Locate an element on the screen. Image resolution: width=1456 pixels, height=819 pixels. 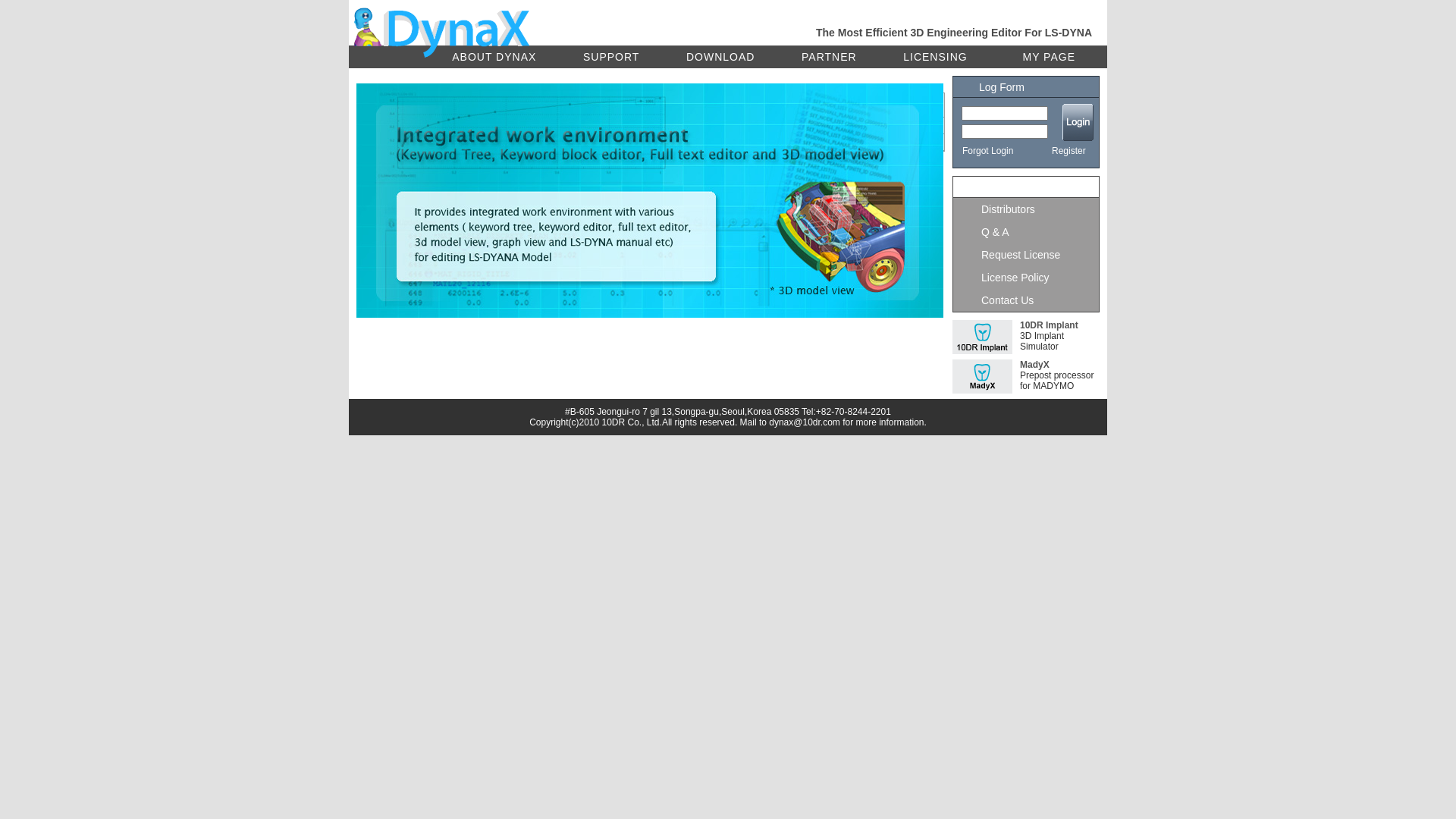
'LICENSING' is located at coordinates (934, 55).